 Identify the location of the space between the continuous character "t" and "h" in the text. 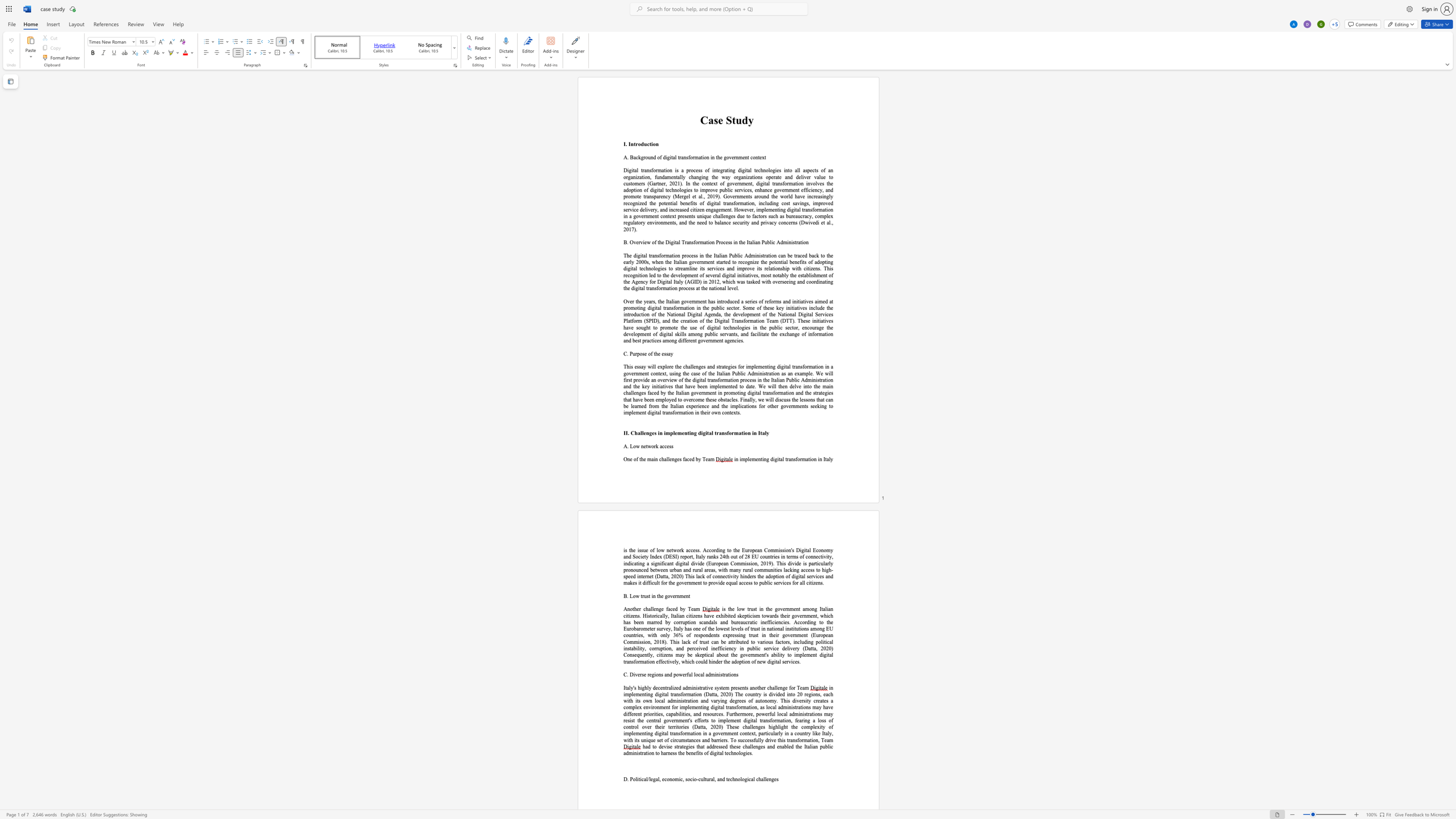
(658, 596).